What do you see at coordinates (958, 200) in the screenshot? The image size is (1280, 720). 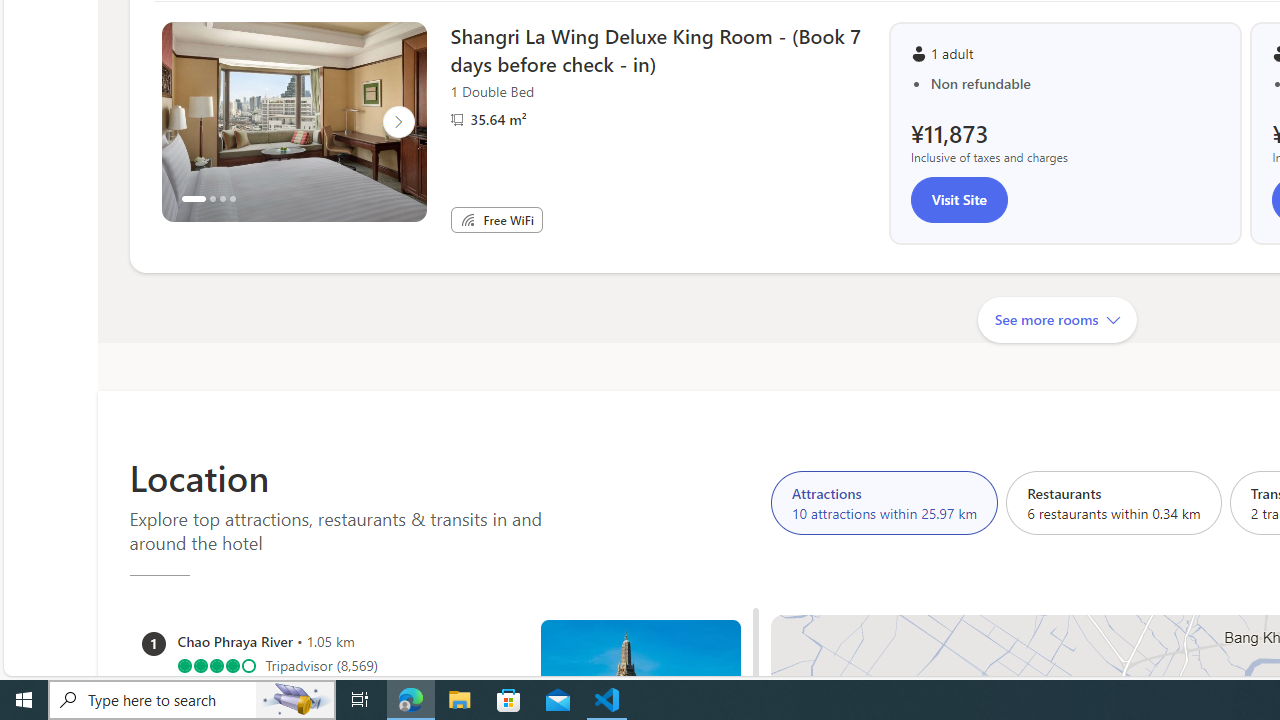 I see `'Visit Site'` at bounding box center [958, 200].